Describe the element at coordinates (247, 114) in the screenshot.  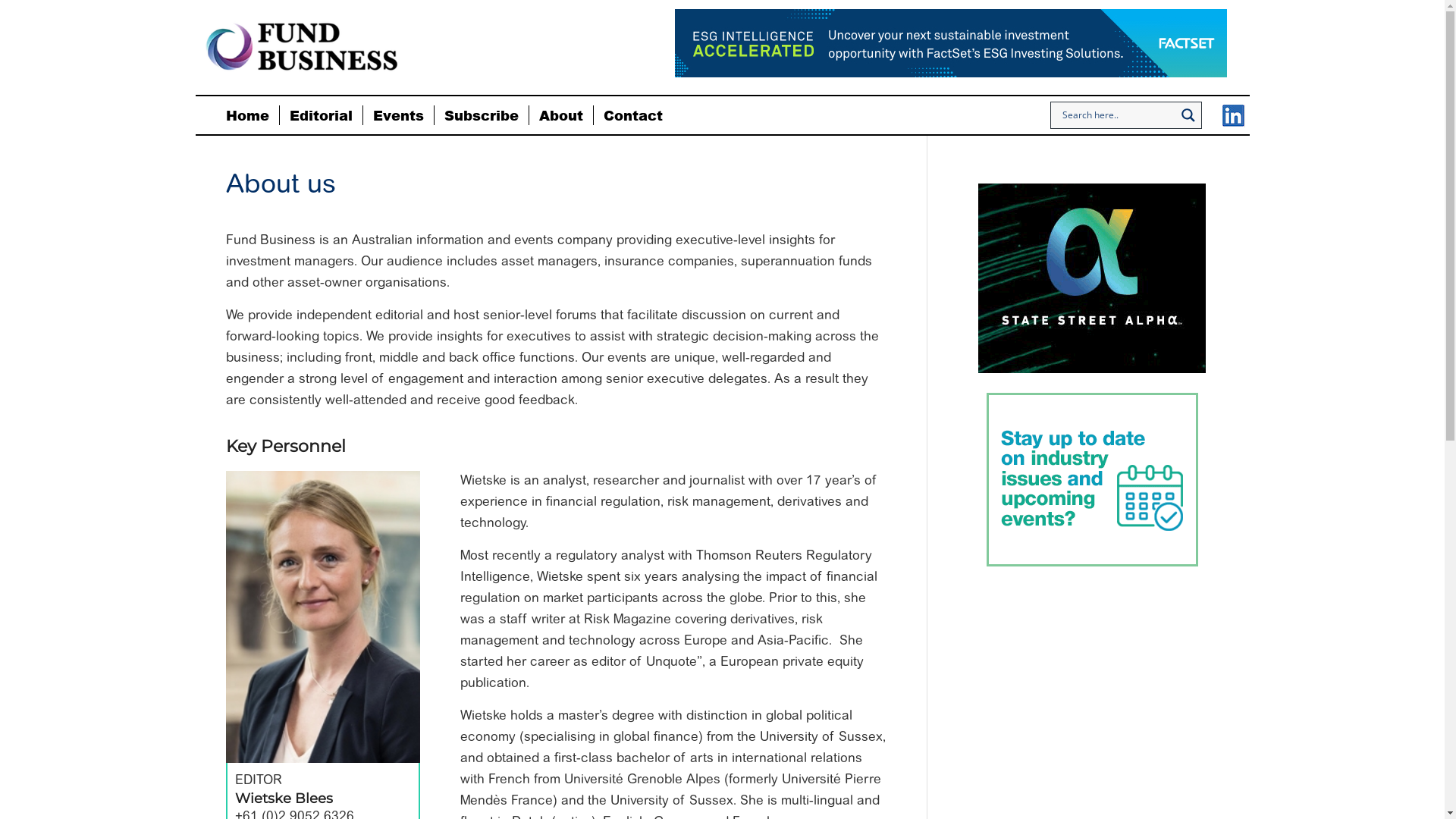
I see `'Home'` at that location.